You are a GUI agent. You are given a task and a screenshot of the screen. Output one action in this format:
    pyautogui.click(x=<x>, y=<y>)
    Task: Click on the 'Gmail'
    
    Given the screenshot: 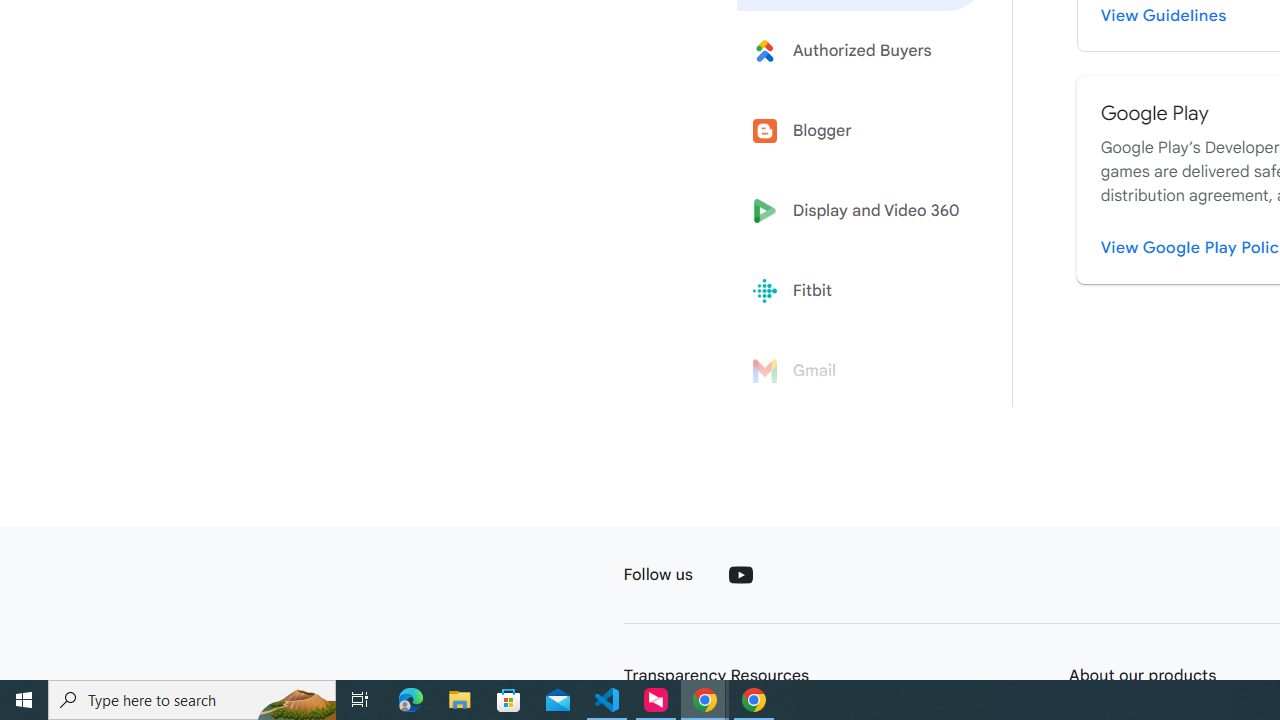 What is the action you would take?
    pyautogui.click(x=862, y=371)
    